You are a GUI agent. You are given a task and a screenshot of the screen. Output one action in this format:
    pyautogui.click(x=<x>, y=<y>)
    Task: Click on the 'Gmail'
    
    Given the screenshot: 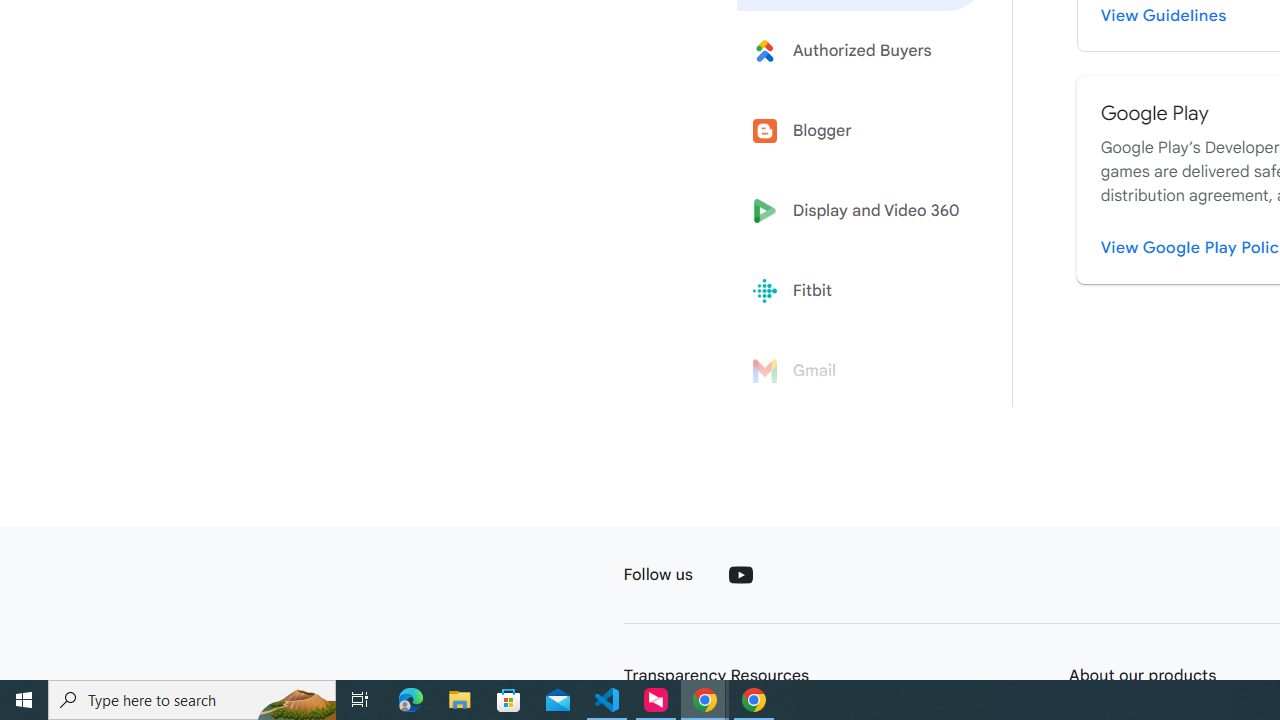 What is the action you would take?
    pyautogui.click(x=862, y=371)
    